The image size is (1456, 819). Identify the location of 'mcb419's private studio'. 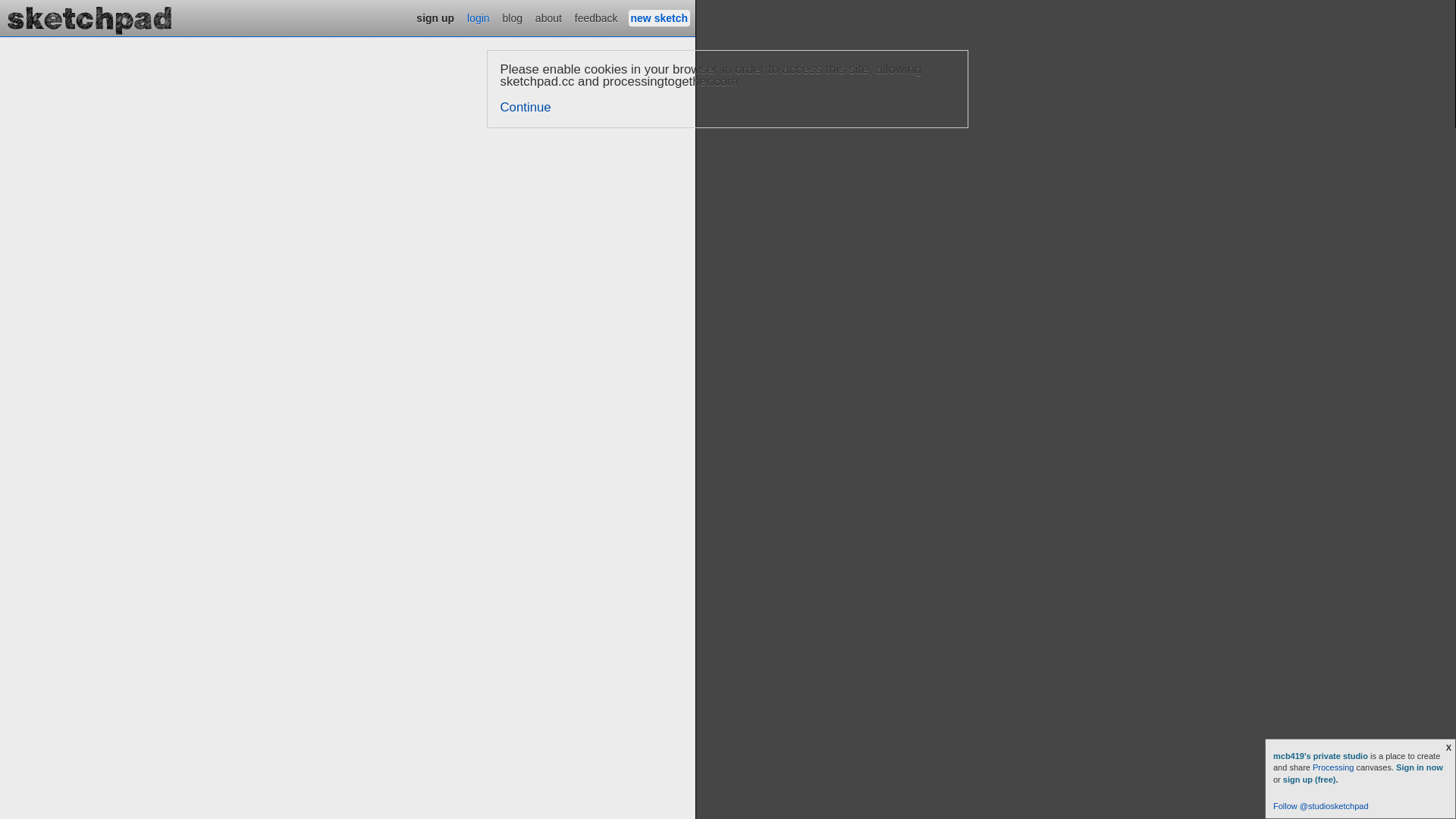
(1320, 755).